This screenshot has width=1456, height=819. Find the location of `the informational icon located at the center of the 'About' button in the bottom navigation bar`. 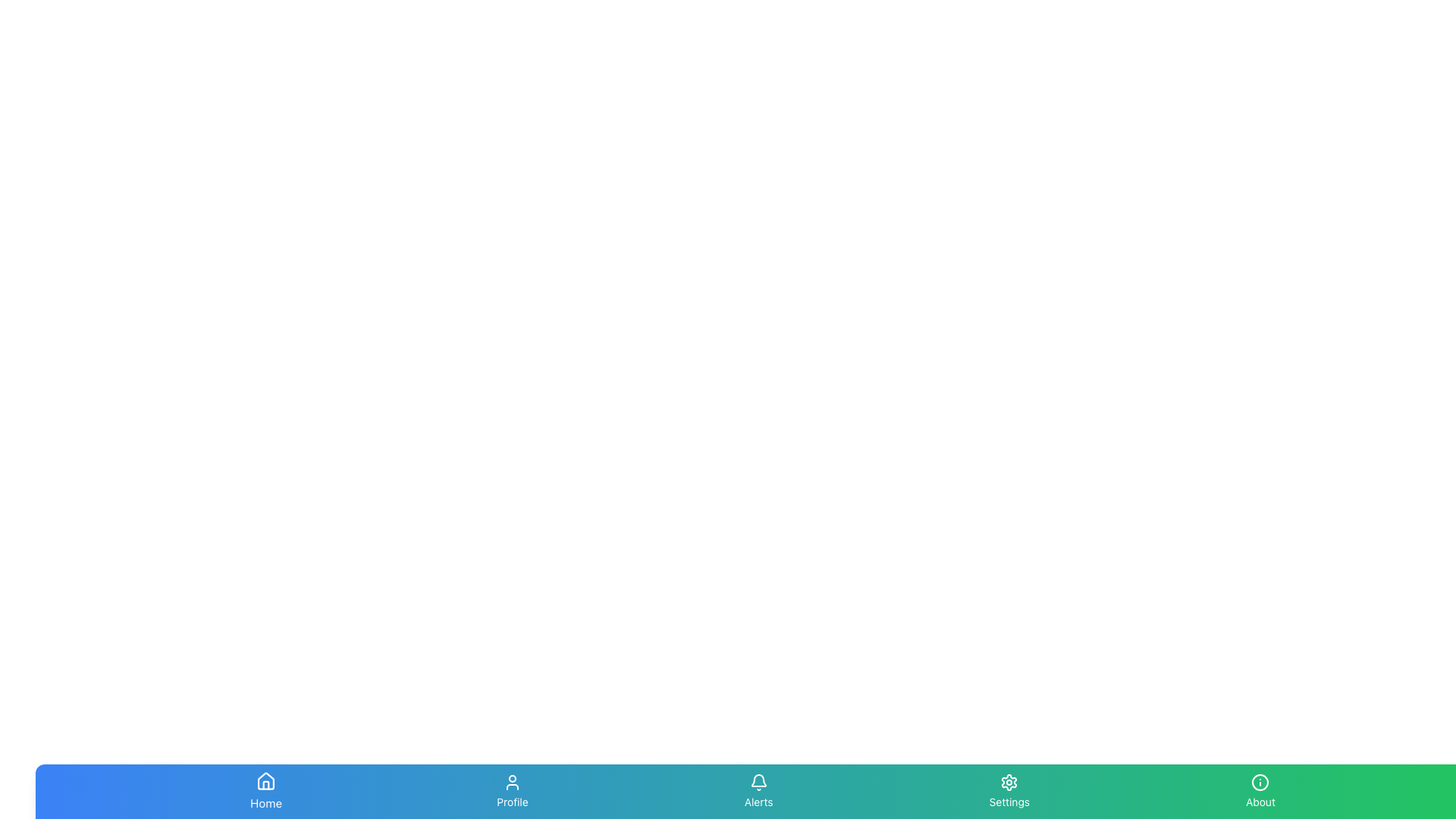

the informational icon located at the center of the 'About' button in the bottom navigation bar is located at coordinates (1260, 783).